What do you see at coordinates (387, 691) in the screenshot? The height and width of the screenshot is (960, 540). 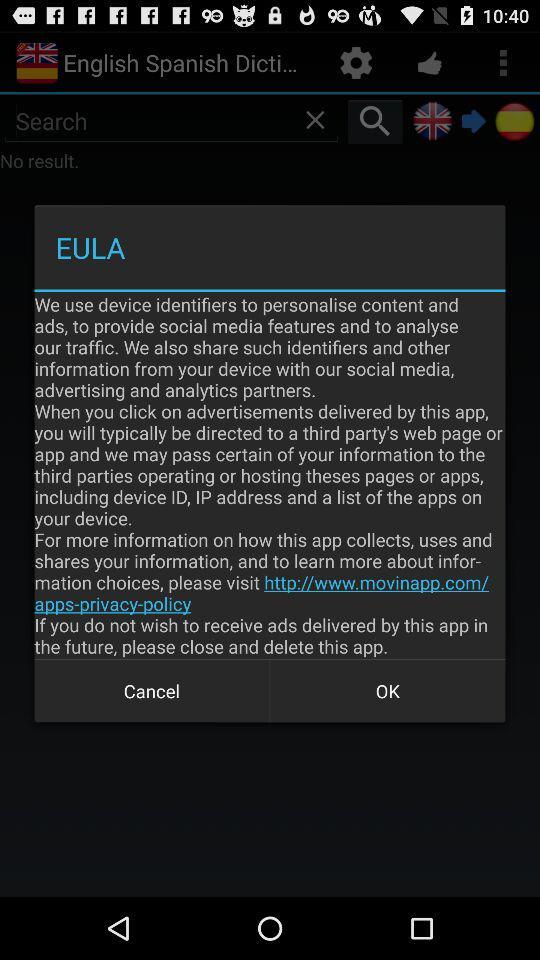 I see `the button next to the cancel icon` at bounding box center [387, 691].